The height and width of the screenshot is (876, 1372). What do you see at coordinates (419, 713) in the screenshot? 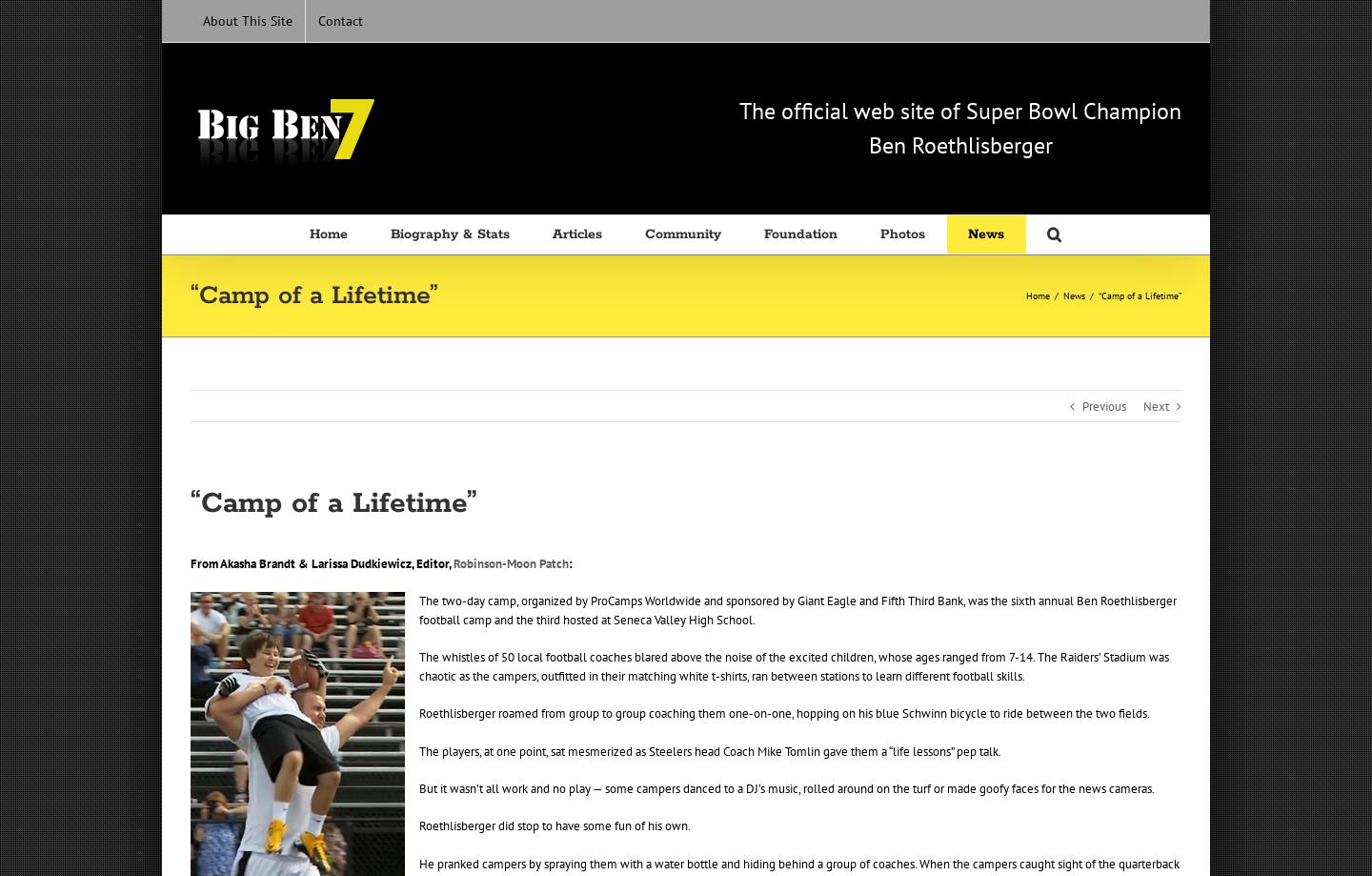
I see `'Roethlisberger roamed from group to group coaching them one-on-one, hopping on his blue Schwinn bicycle to ride between the two fields.'` at bounding box center [419, 713].